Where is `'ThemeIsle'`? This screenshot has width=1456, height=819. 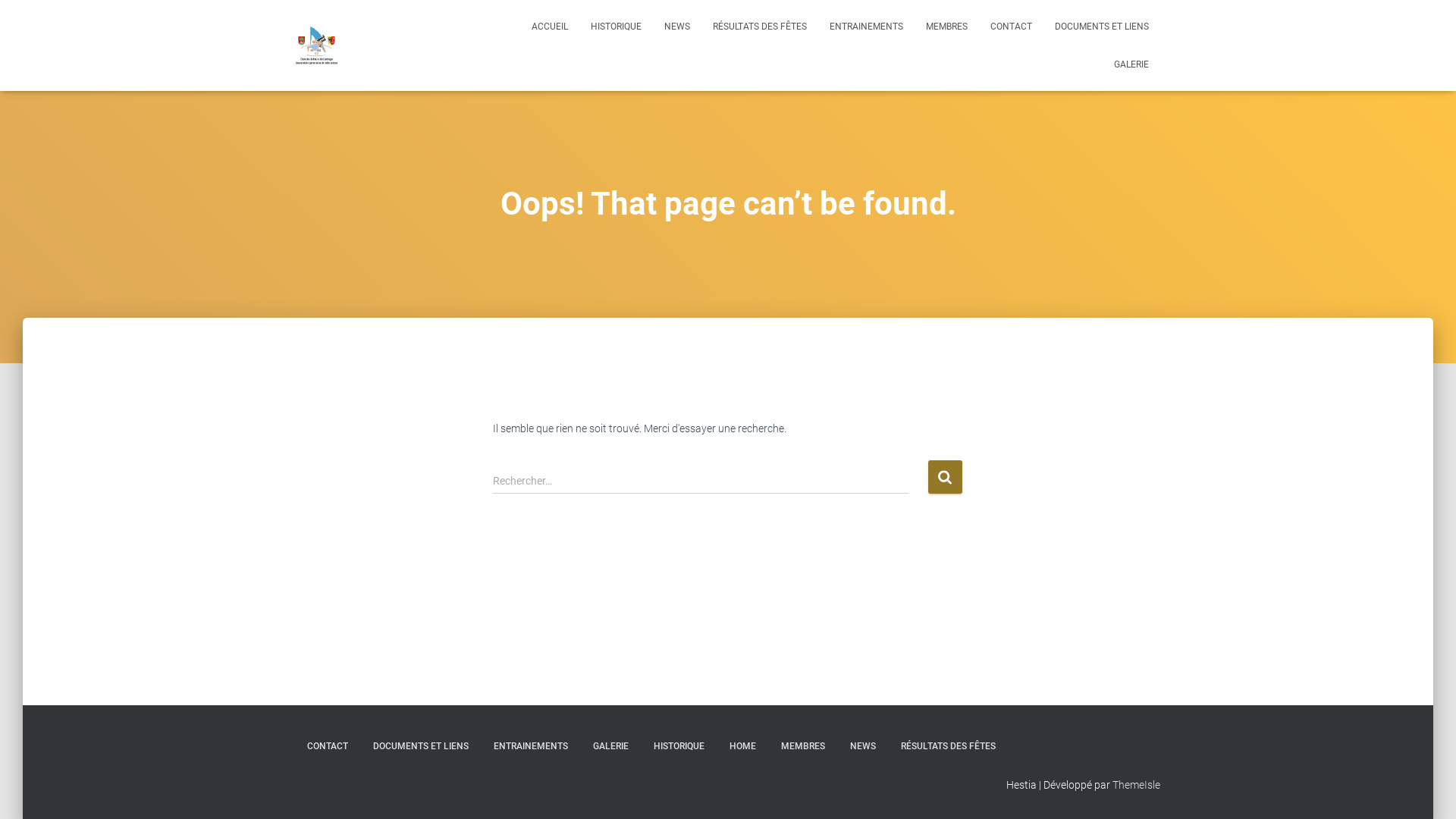 'ThemeIsle' is located at coordinates (1112, 784).